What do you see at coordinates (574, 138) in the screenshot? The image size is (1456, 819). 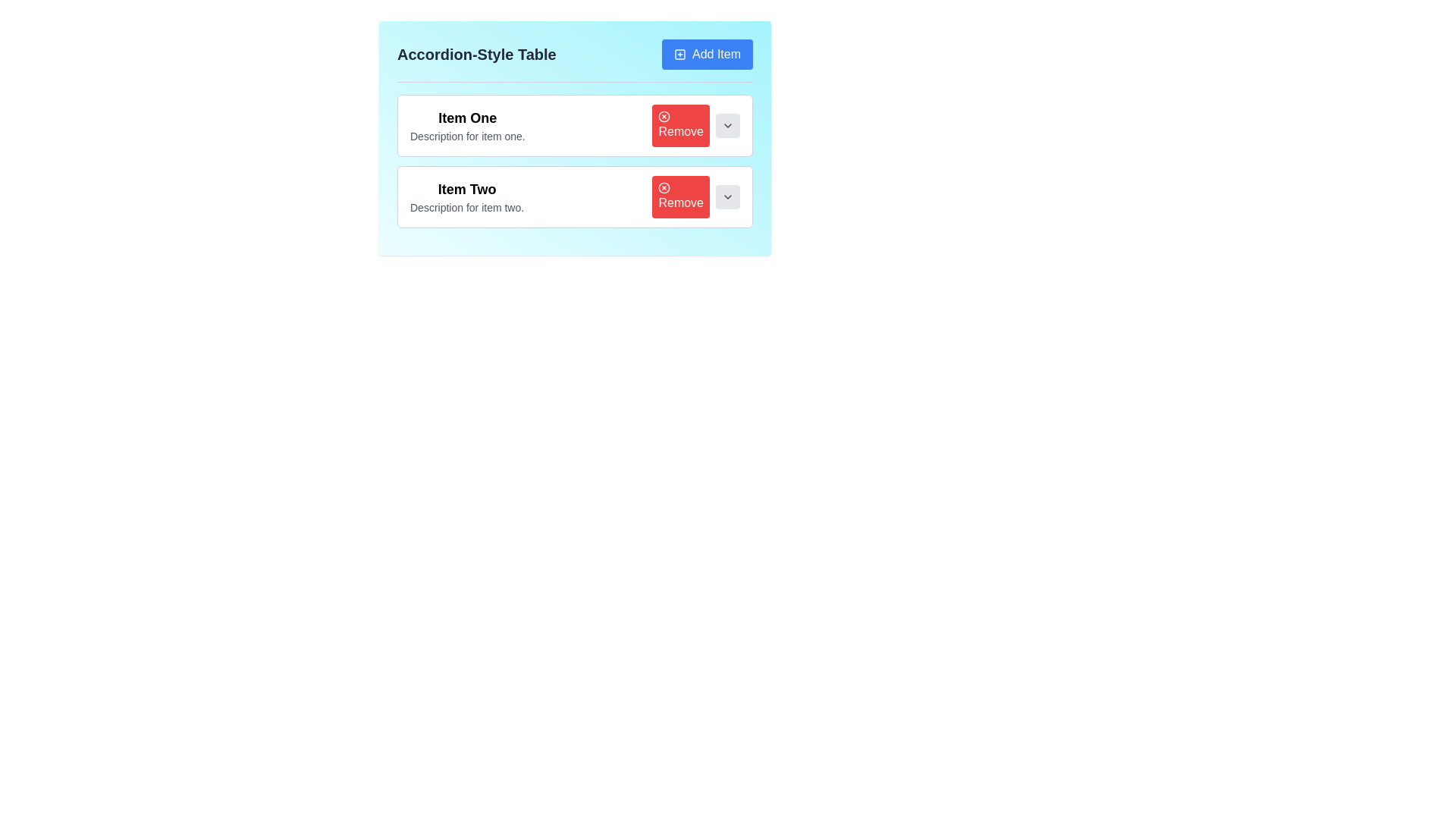 I see `the interactive button within the accordion-style list or table to observe style changes` at bounding box center [574, 138].